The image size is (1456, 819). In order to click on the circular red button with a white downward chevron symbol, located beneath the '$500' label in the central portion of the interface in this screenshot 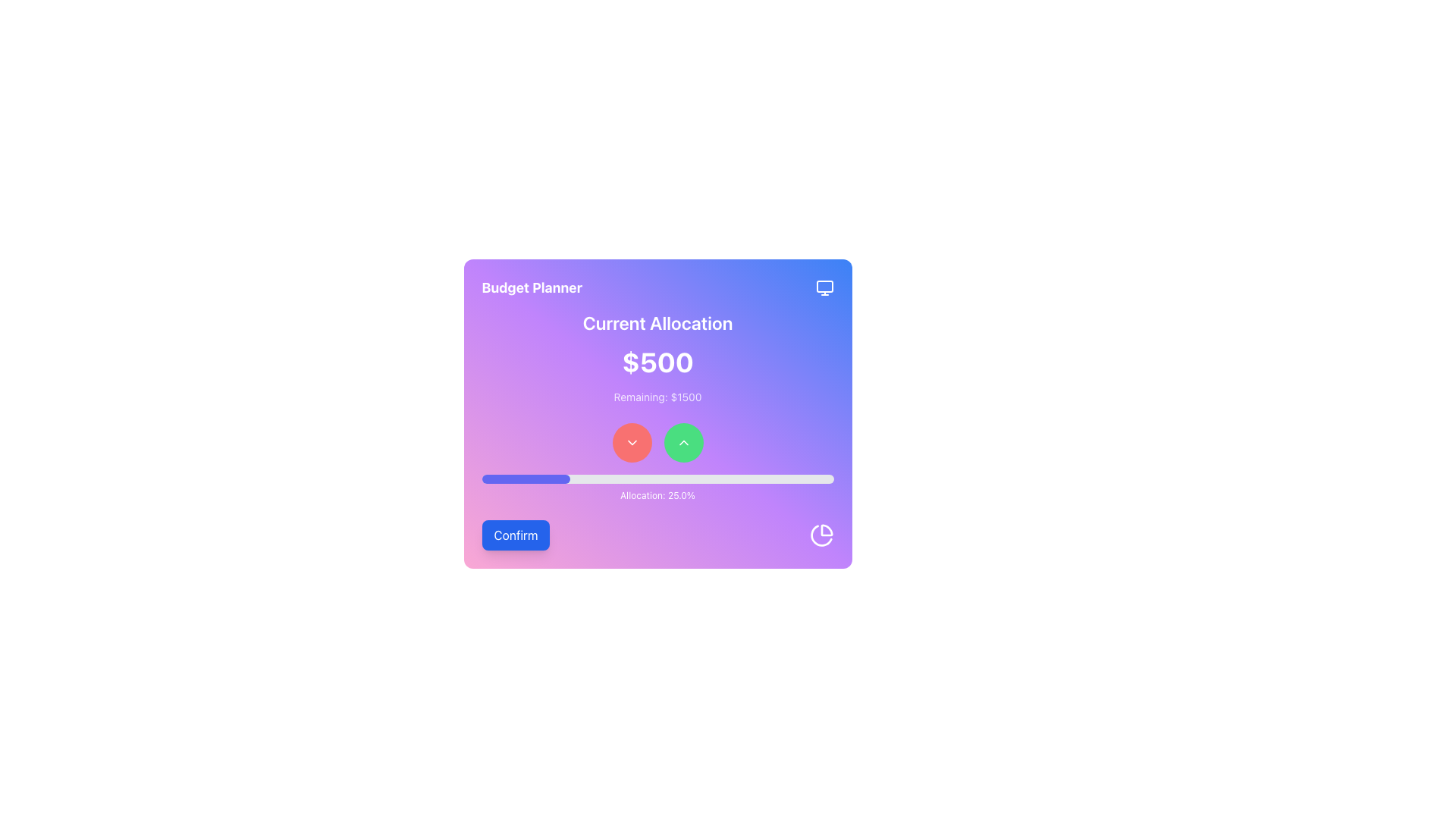, I will do `click(632, 442)`.